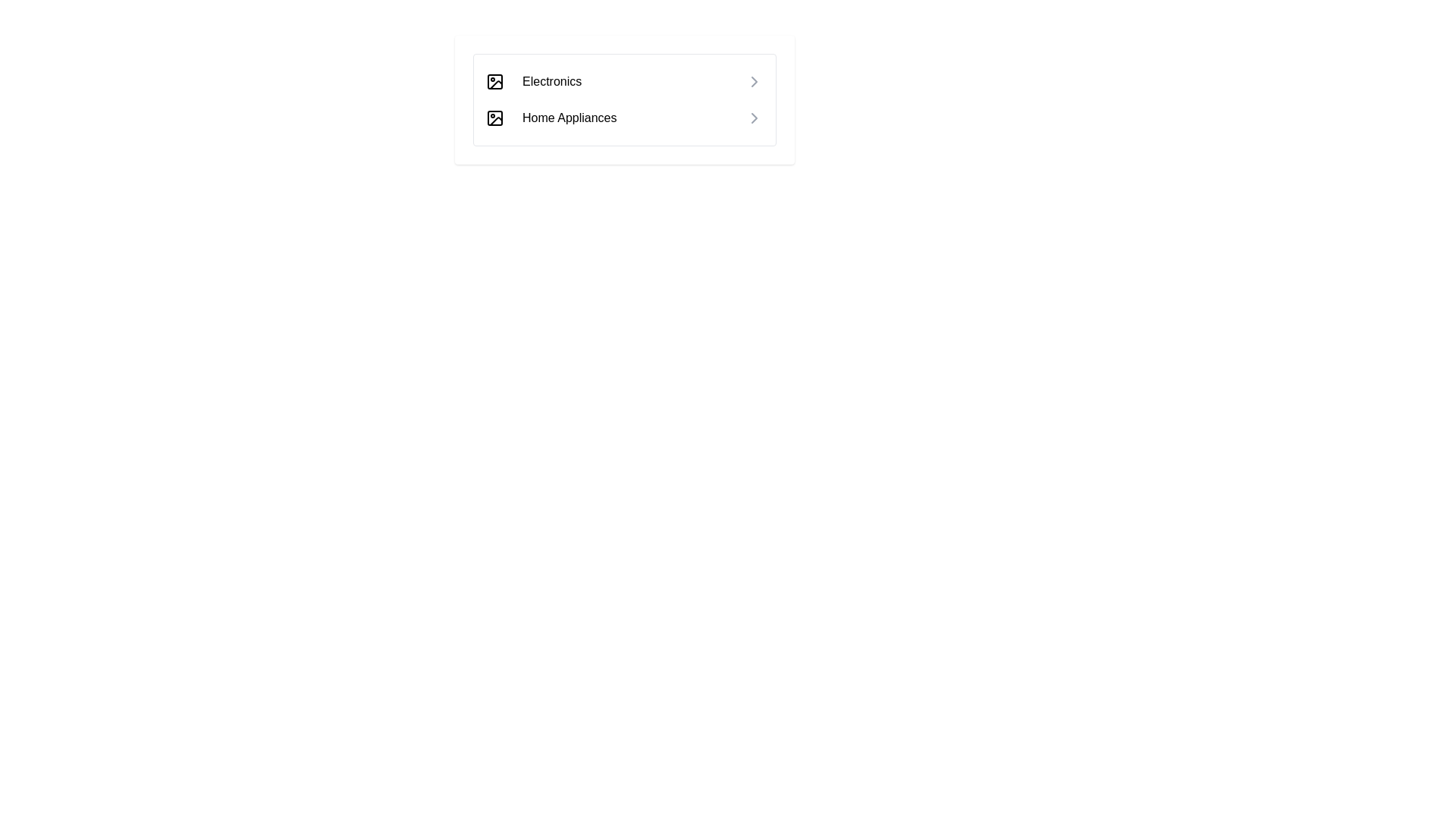 The width and height of the screenshot is (1456, 819). I want to click on the 'Electronics' item in the navigation menu, so click(625, 99).